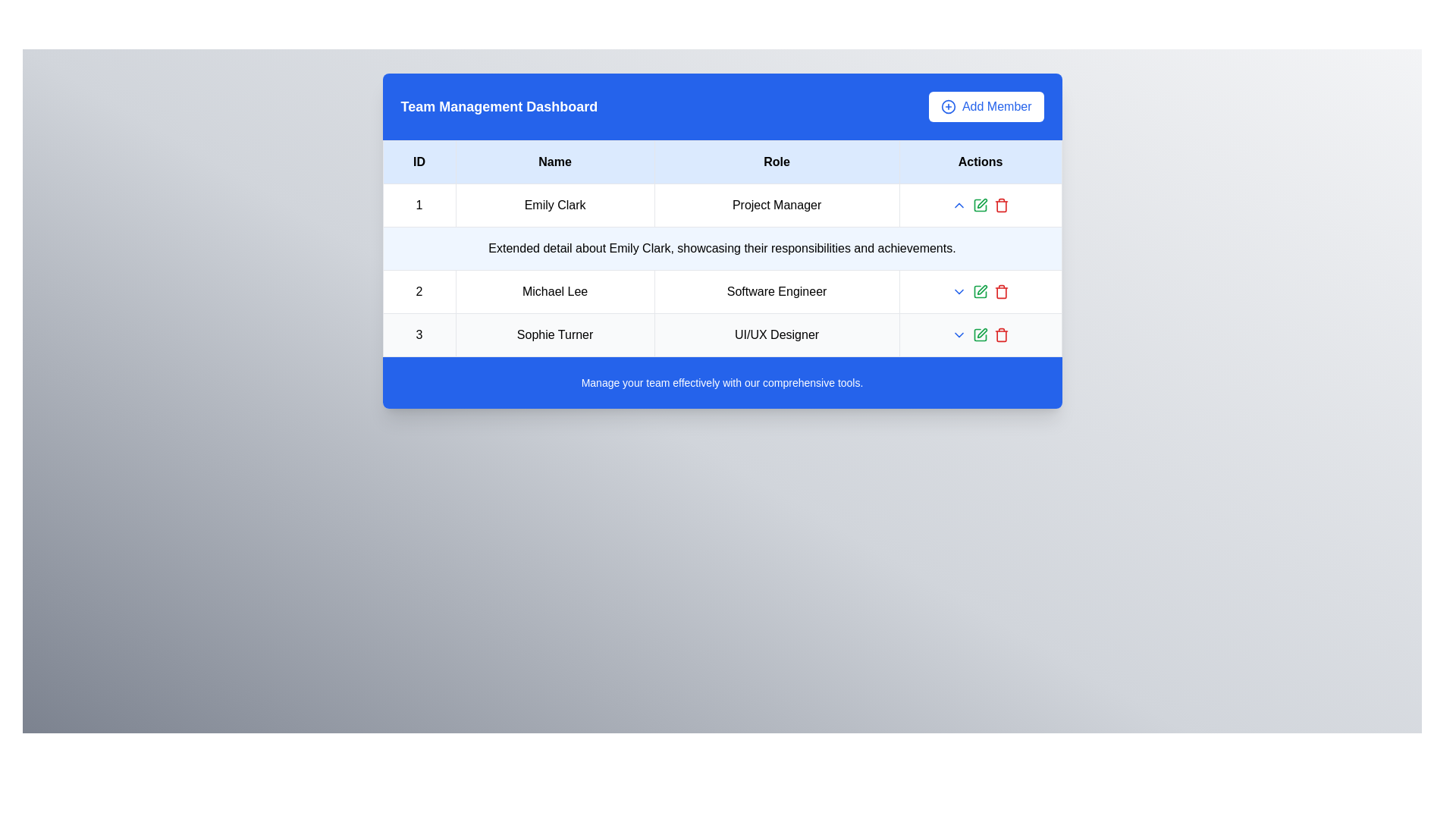 Image resolution: width=1456 pixels, height=819 pixels. Describe the element at coordinates (981, 292) in the screenshot. I see `the editing Icon button located in the 'Actions' column of the second row of the table, positioned between the blue-colored icon and the red-colored icon` at that location.